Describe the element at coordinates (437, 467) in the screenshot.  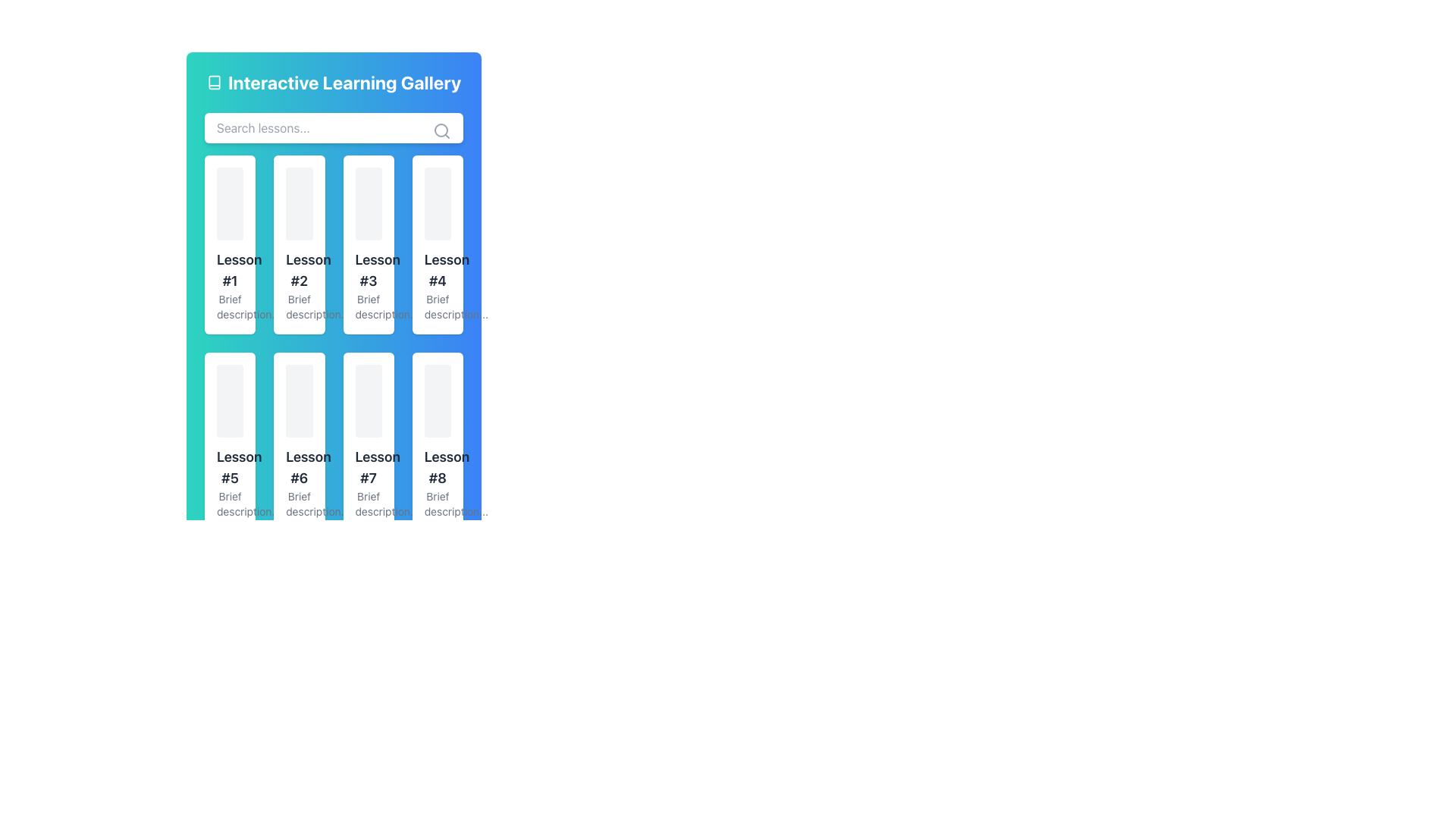
I see `the 'Lesson #8' text label, which is styled with a larger bold font and dark gray color` at that location.